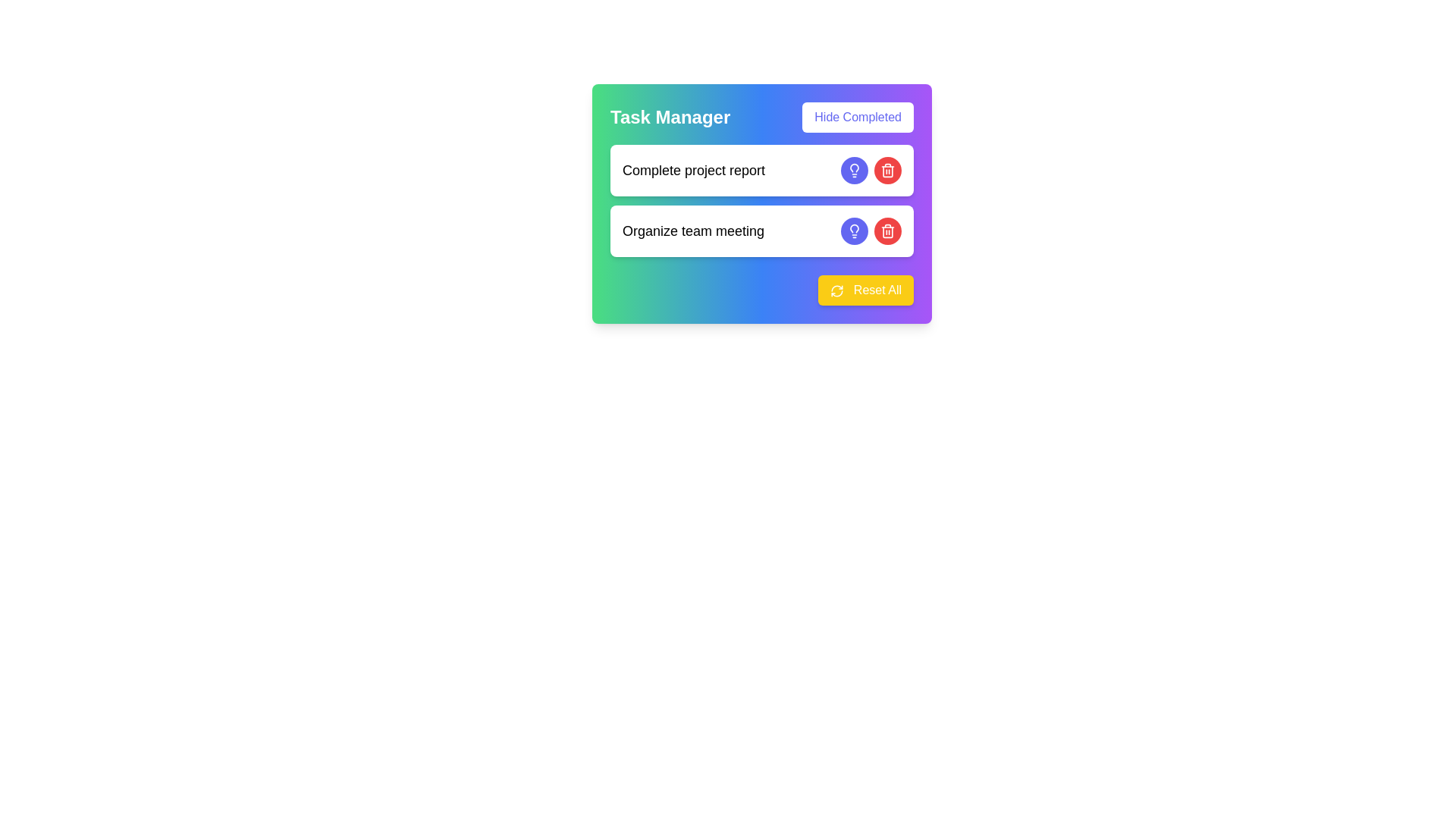  I want to click on the prominent text label displaying the title 'Complete project report' in the Task Manager interface, so click(693, 170).